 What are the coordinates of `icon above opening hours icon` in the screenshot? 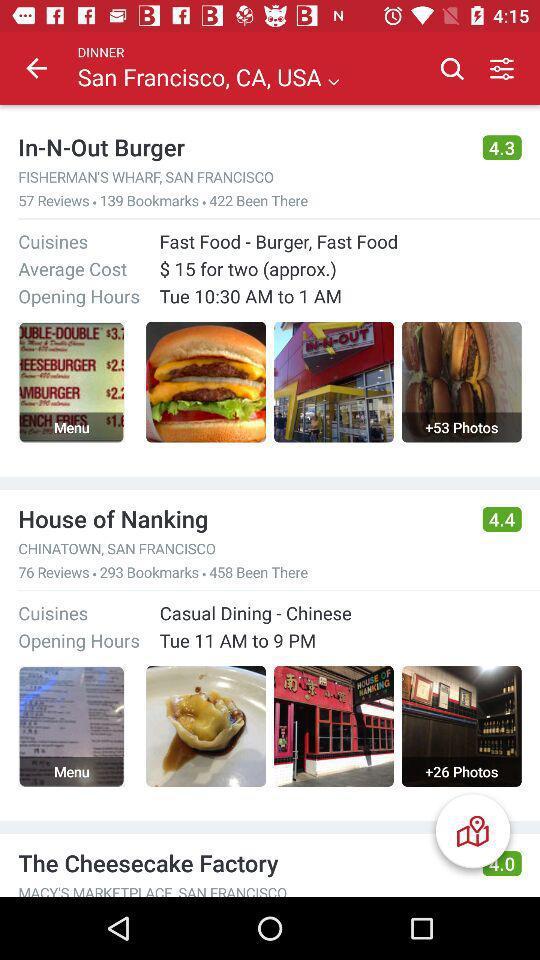 It's located at (71, 267).